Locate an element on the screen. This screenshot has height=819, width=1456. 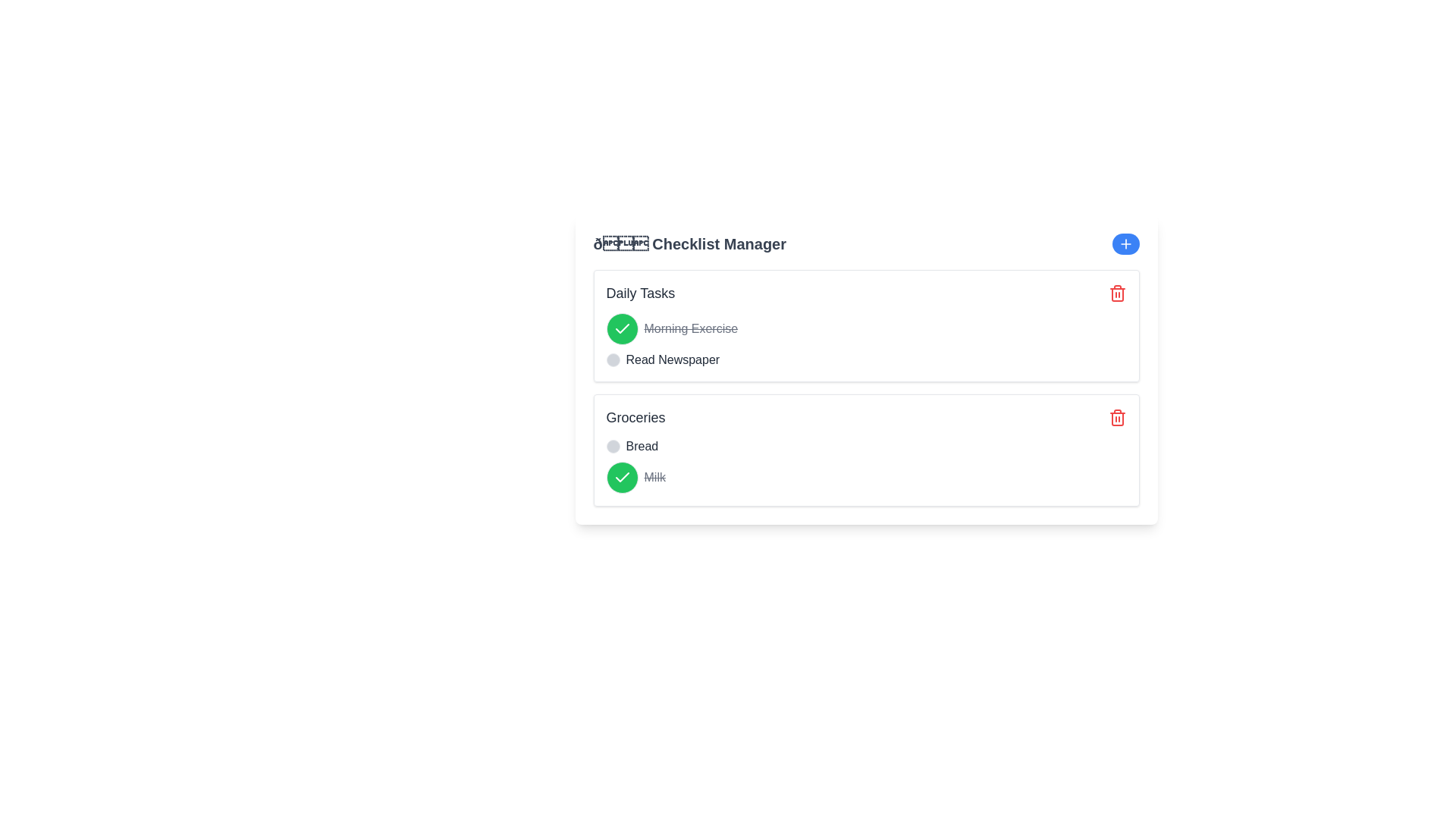
the 'Morning Exercise' text label, which is styled with a strikethrough to indicate completion, located is located at coordinates (690, 328).